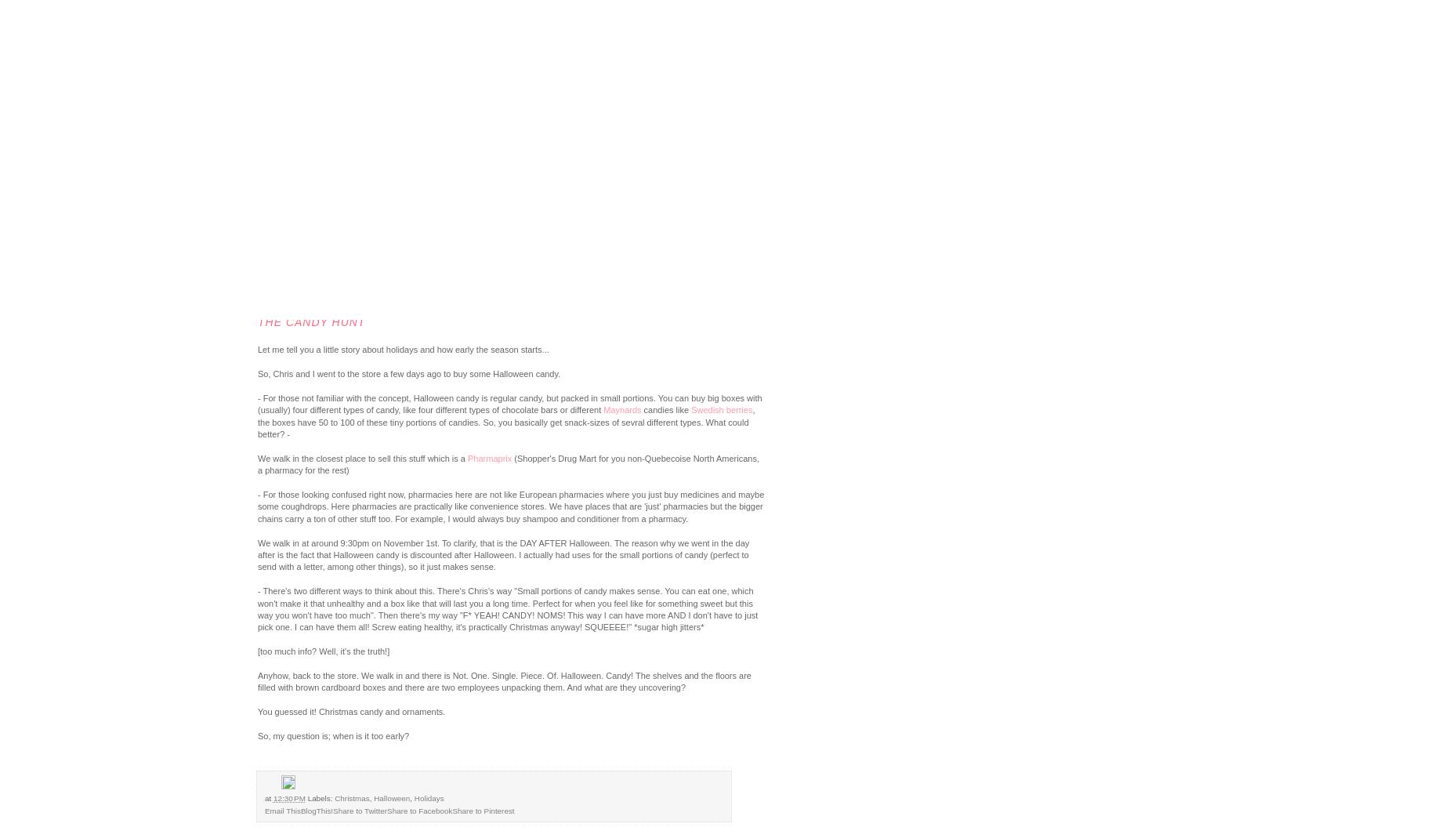 This screenshot has width=1456, height=838. Describe the element at coordinates (391, 798) in the screenshot. I see `'Halloween'` at that location.